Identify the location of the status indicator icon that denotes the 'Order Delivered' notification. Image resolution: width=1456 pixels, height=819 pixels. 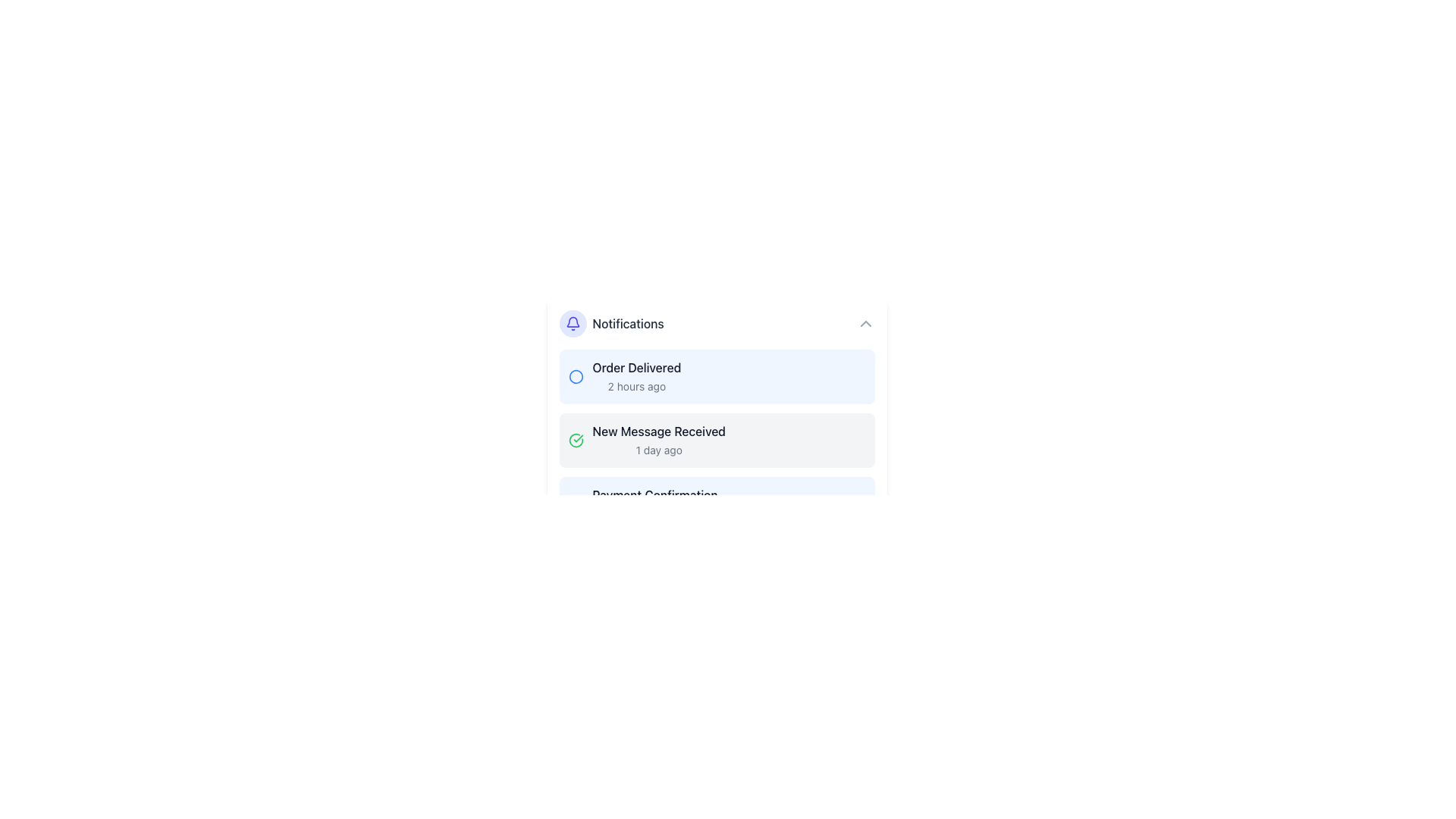
(575, 376).